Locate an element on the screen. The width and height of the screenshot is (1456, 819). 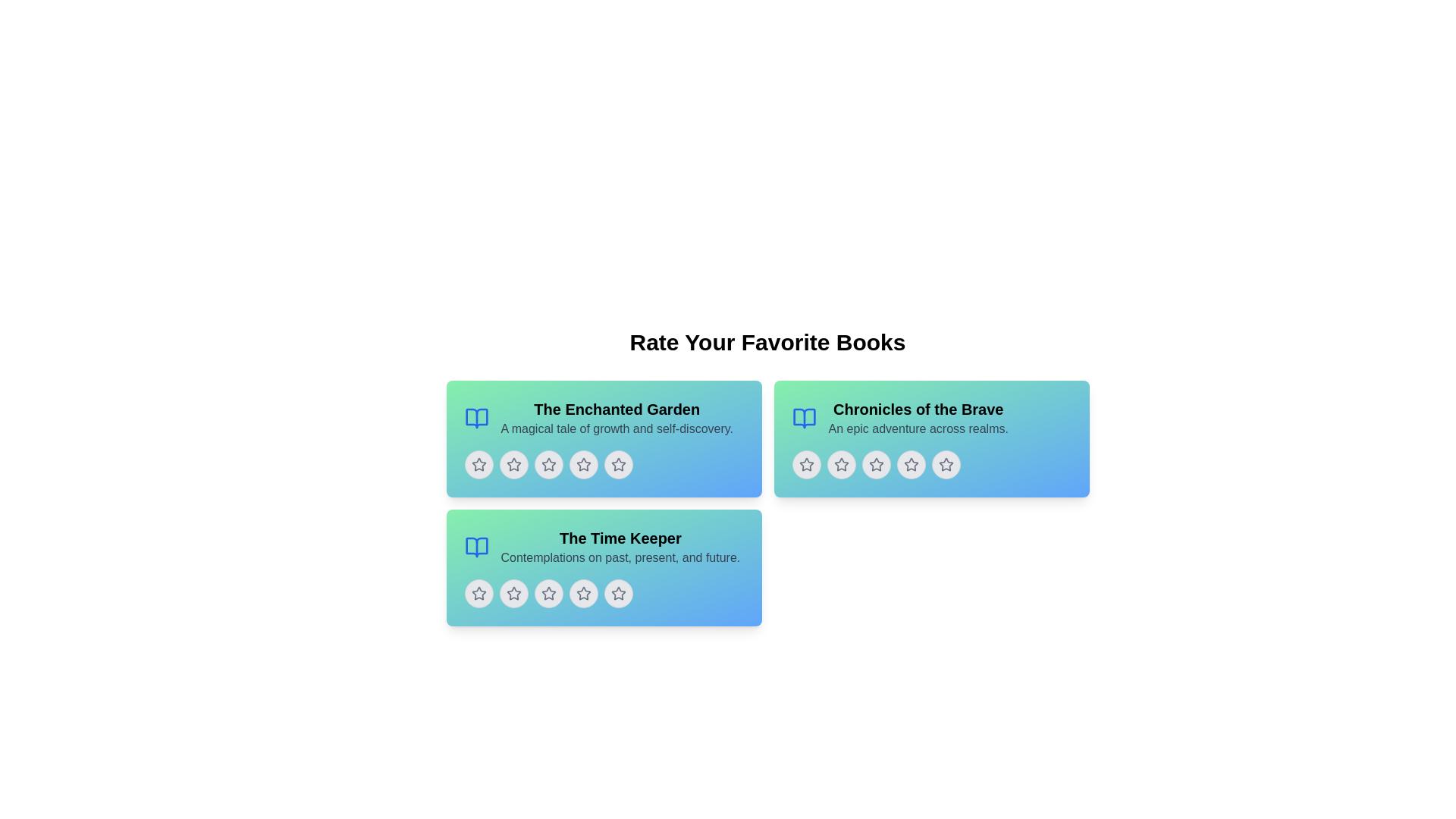
the second star-shaped icon in the rating system located below the book card titled 'Chronicles of the Brave' for accessibility purposes is located at coordinates (876, 463).